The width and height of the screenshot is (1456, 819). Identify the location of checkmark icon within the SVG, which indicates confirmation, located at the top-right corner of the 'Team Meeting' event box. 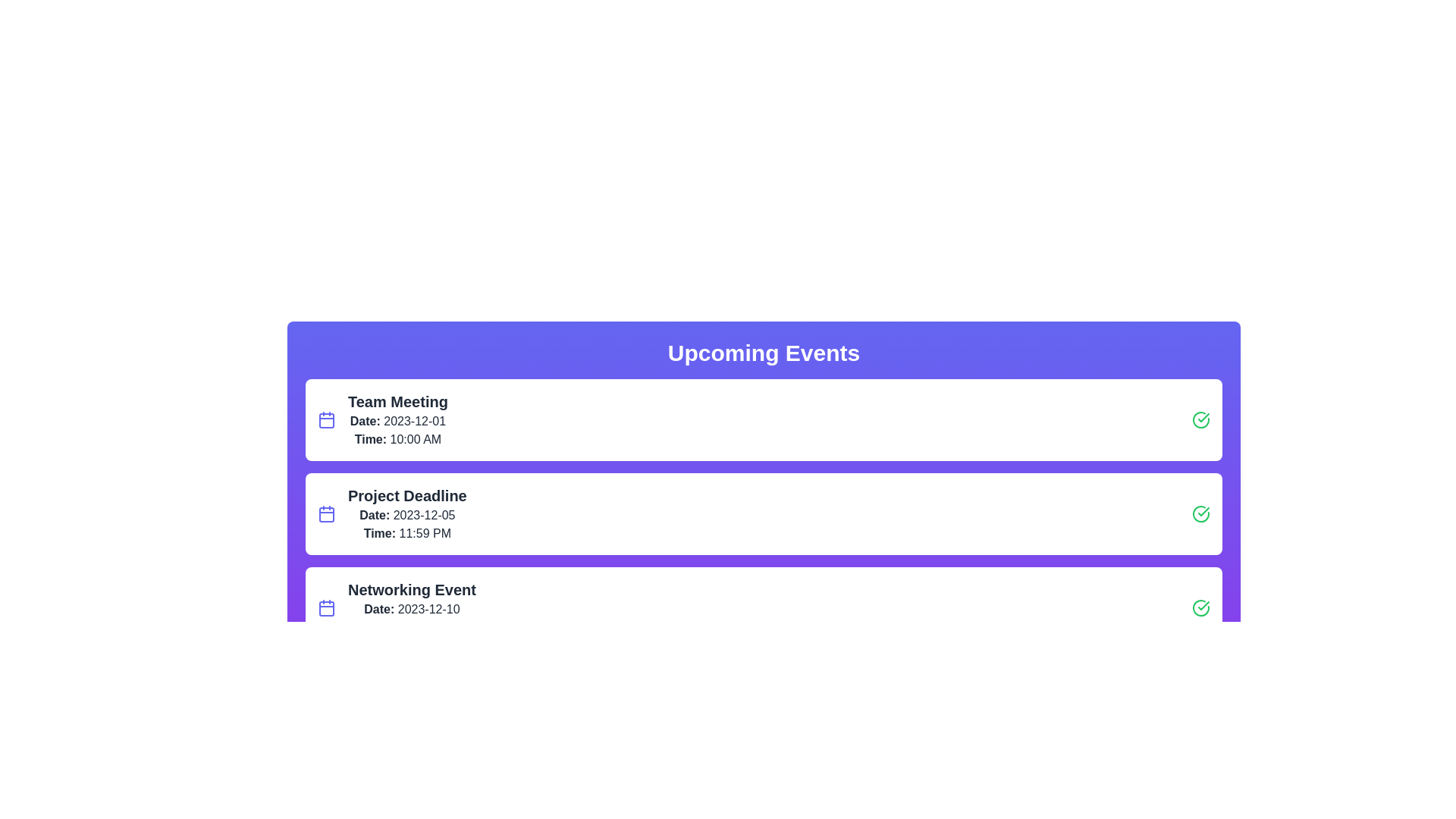
(1203, 512).